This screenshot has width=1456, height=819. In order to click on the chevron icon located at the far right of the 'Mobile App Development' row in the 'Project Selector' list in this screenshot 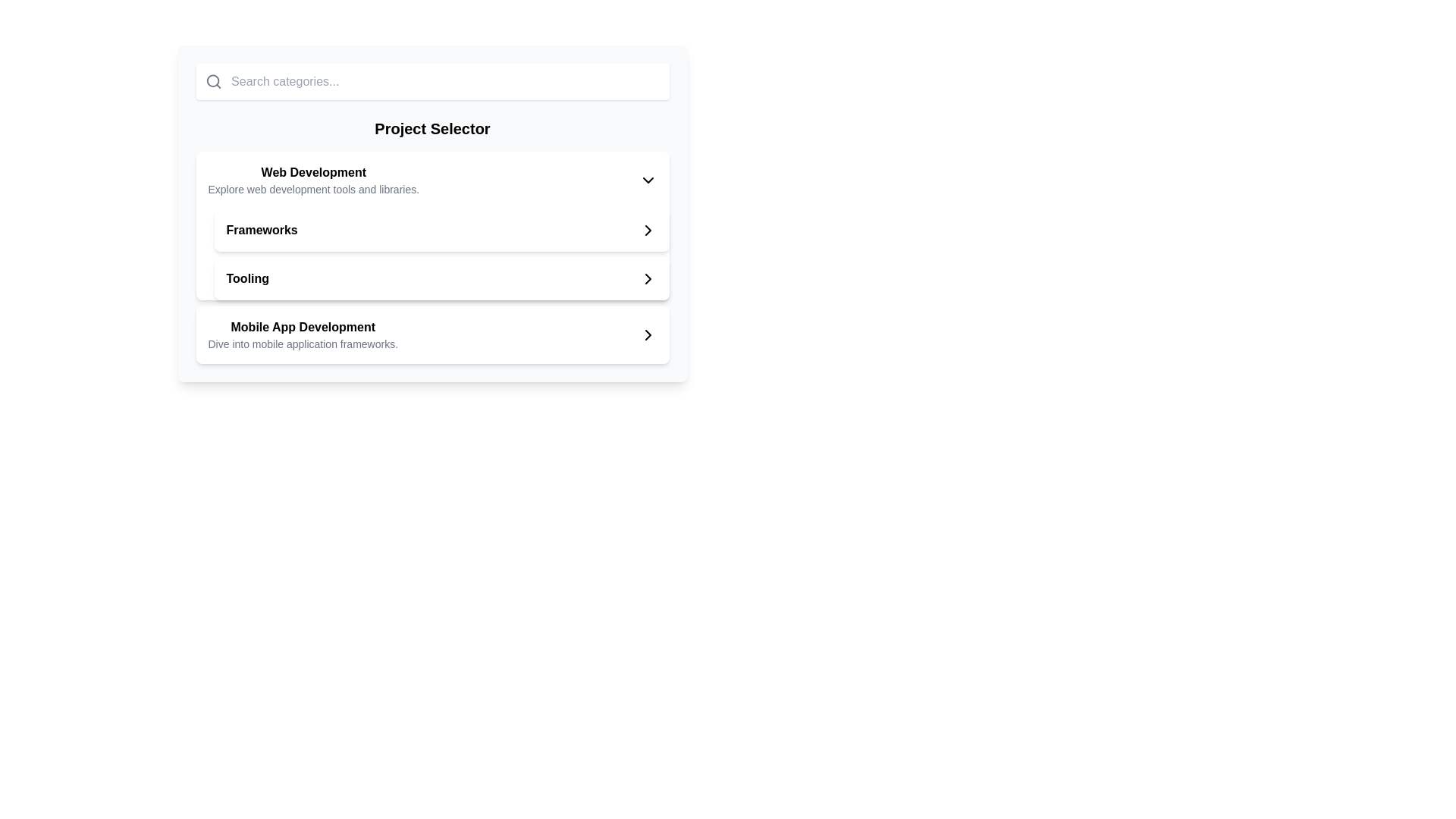, I will do `click(648, 334)`.